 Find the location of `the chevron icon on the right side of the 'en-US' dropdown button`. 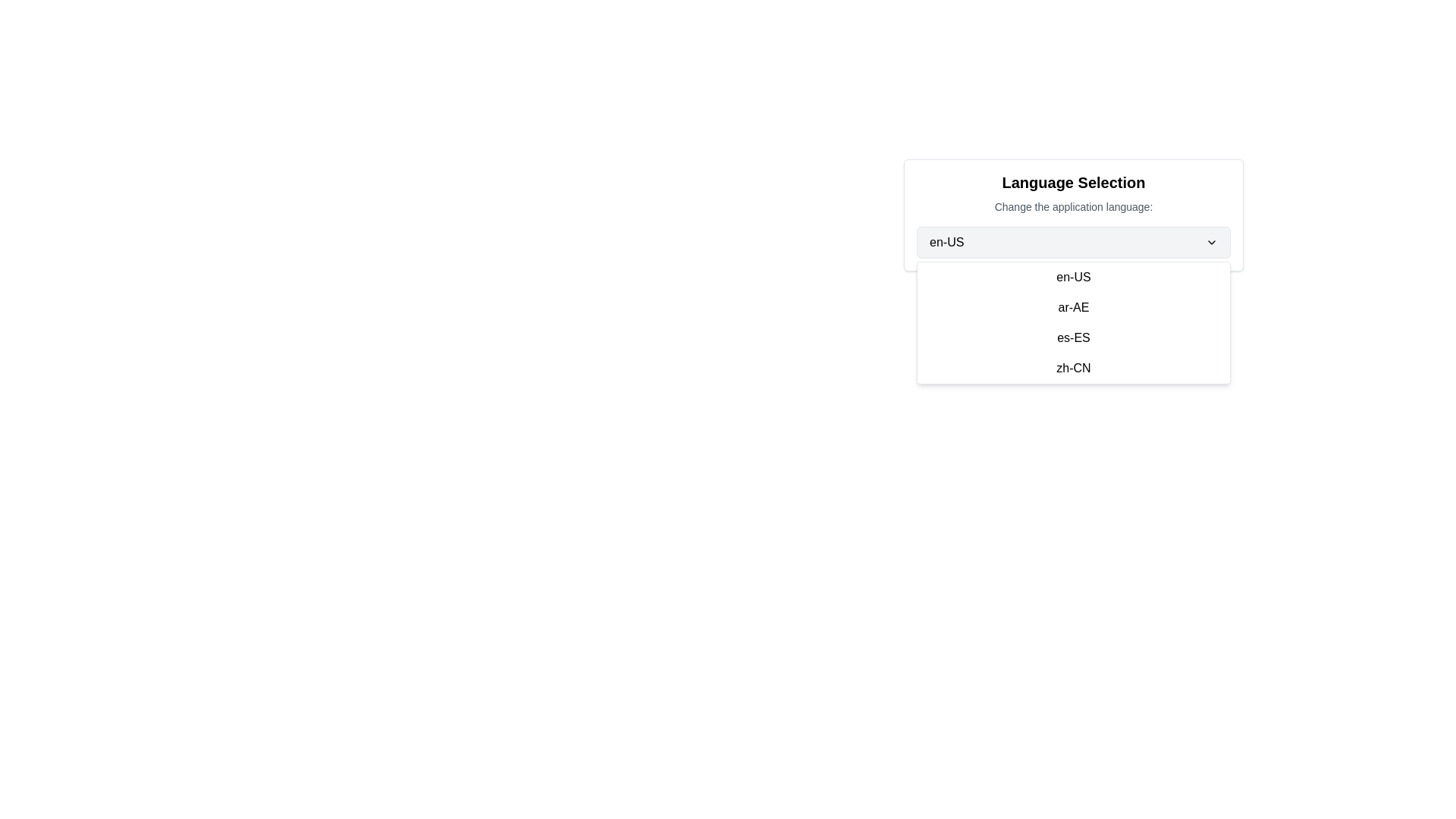

the chevron icon on the right side of the 'en-US' dropdown button is located at coordinates (1211, 242).